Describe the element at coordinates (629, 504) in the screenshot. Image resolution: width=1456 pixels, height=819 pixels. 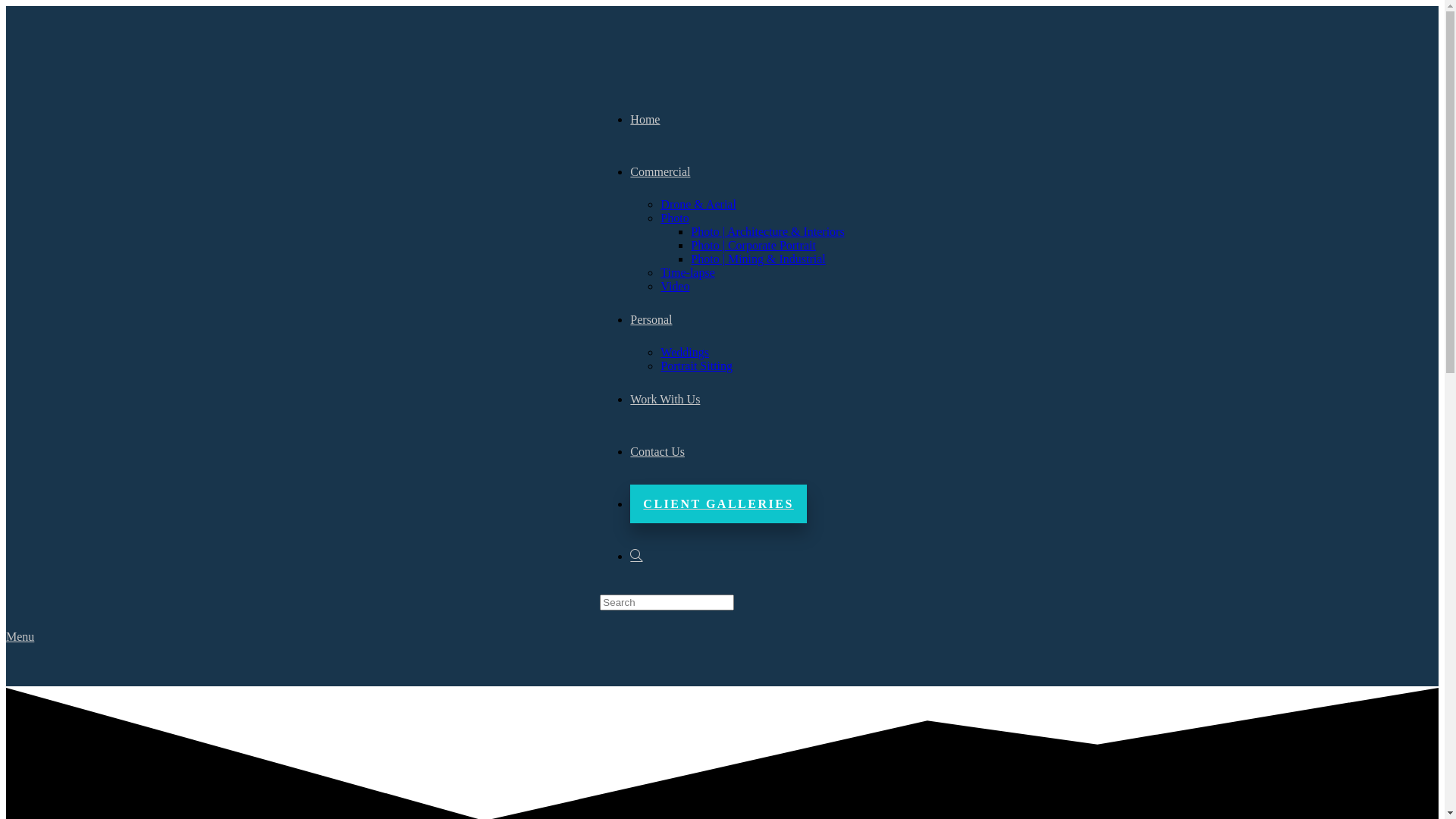
I see `'CLIENT GALLERIES'` at that location.